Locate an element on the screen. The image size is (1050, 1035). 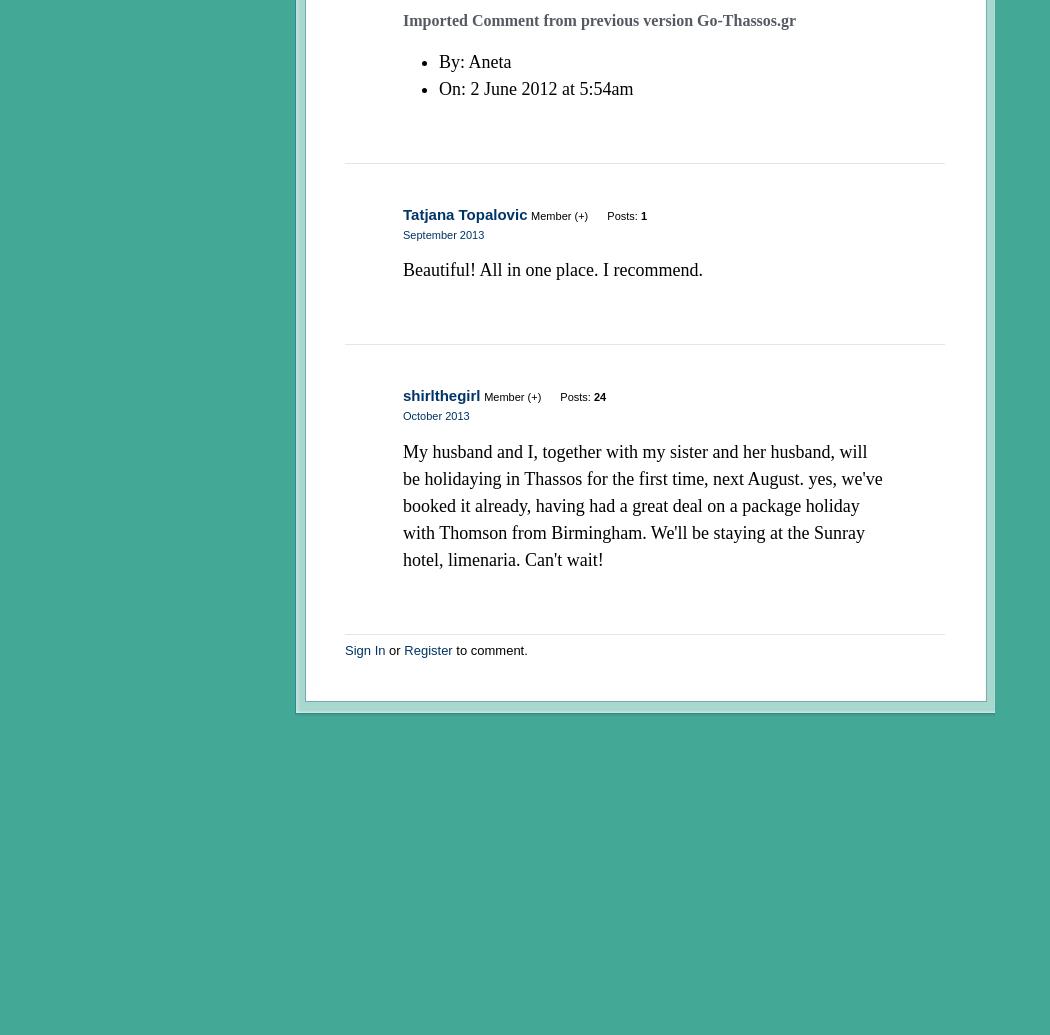
'1' is located at coordinates (642, 214).